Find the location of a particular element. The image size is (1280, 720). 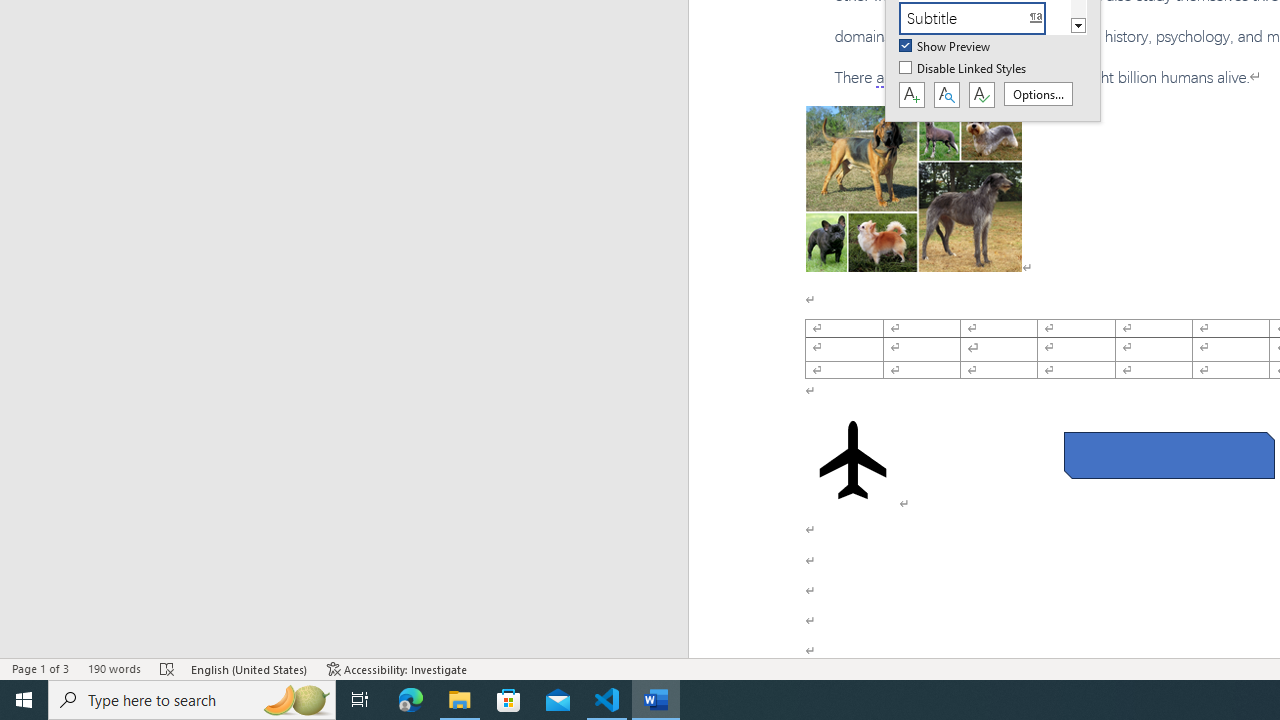

'Subtitle' is located at coordinates (984, 18).